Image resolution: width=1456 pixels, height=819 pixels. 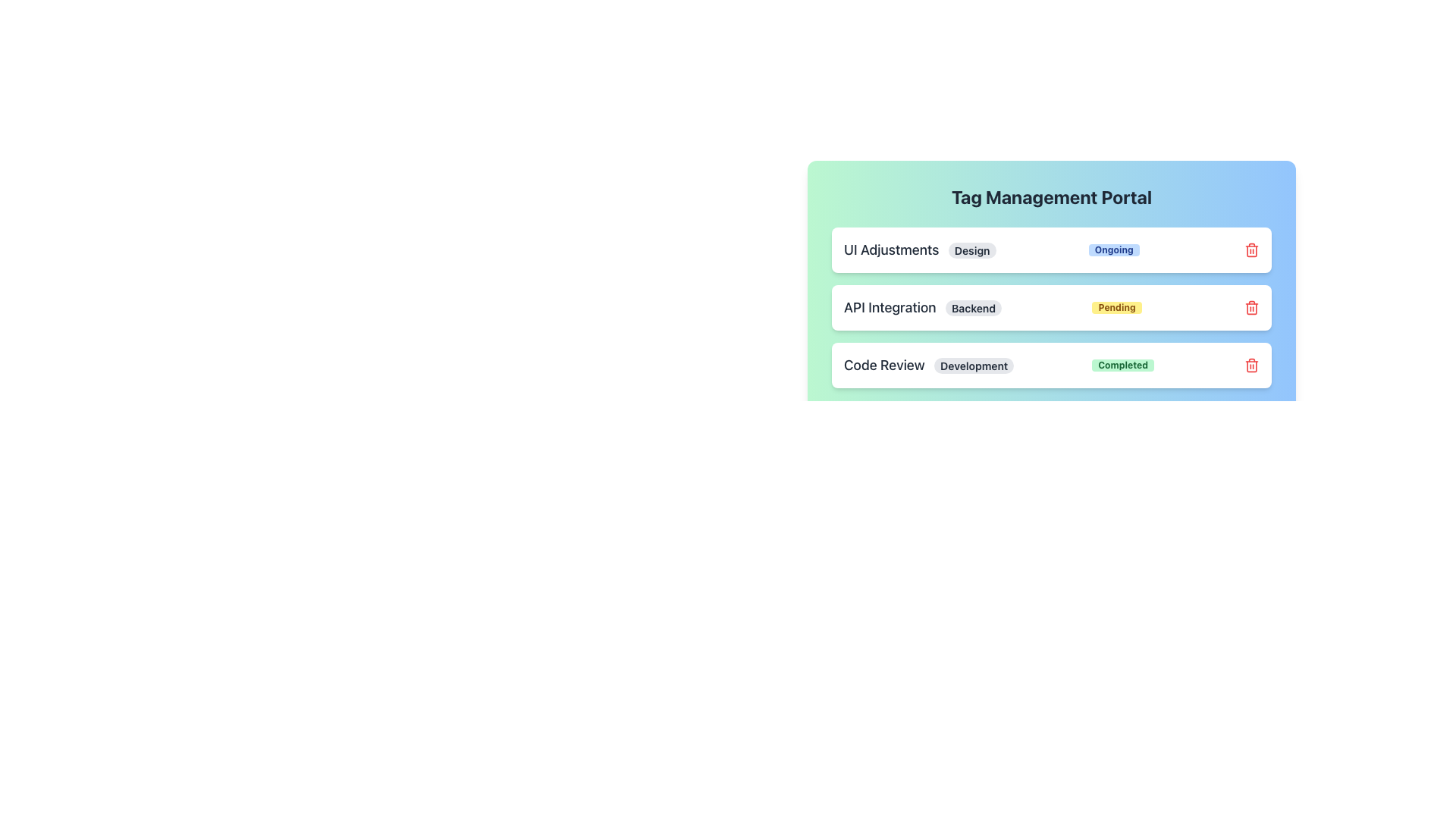 What do you see at coordinates (972, 249) in the screenshot?
I see `the 'Design' tag located within the 'UI Adjustments' card in the 'Tag Management Portal' interface, positioned to the right of the 'UI Adjustments' text` at bounding box center [972, 249].